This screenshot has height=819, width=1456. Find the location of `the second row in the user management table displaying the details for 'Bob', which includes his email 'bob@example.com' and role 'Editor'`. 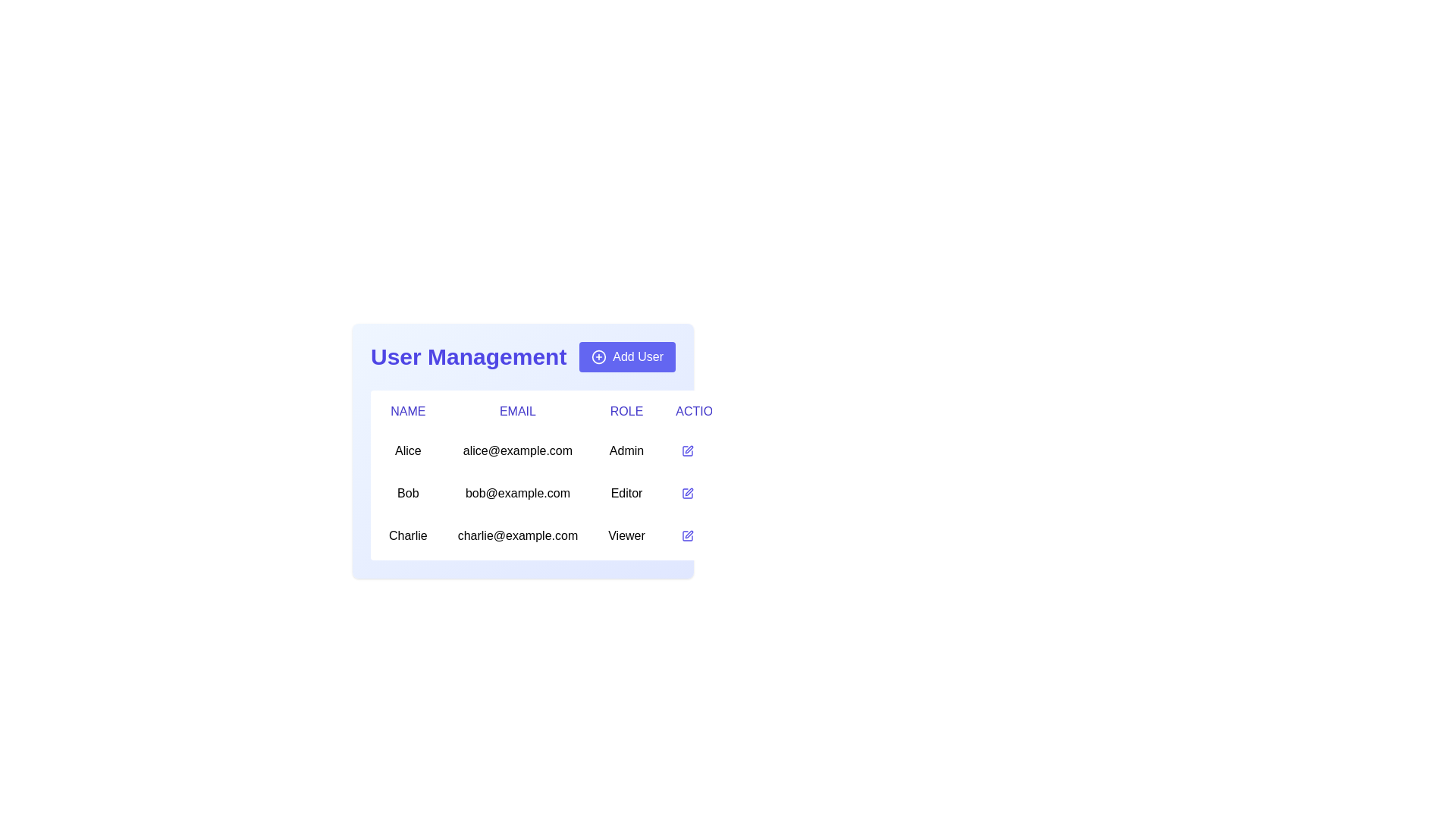

the second row in the user management table displaying the details for 'Bob', which includes his email 'bob@example.com' and role 'Editor' is located at coordinates (523, 476).